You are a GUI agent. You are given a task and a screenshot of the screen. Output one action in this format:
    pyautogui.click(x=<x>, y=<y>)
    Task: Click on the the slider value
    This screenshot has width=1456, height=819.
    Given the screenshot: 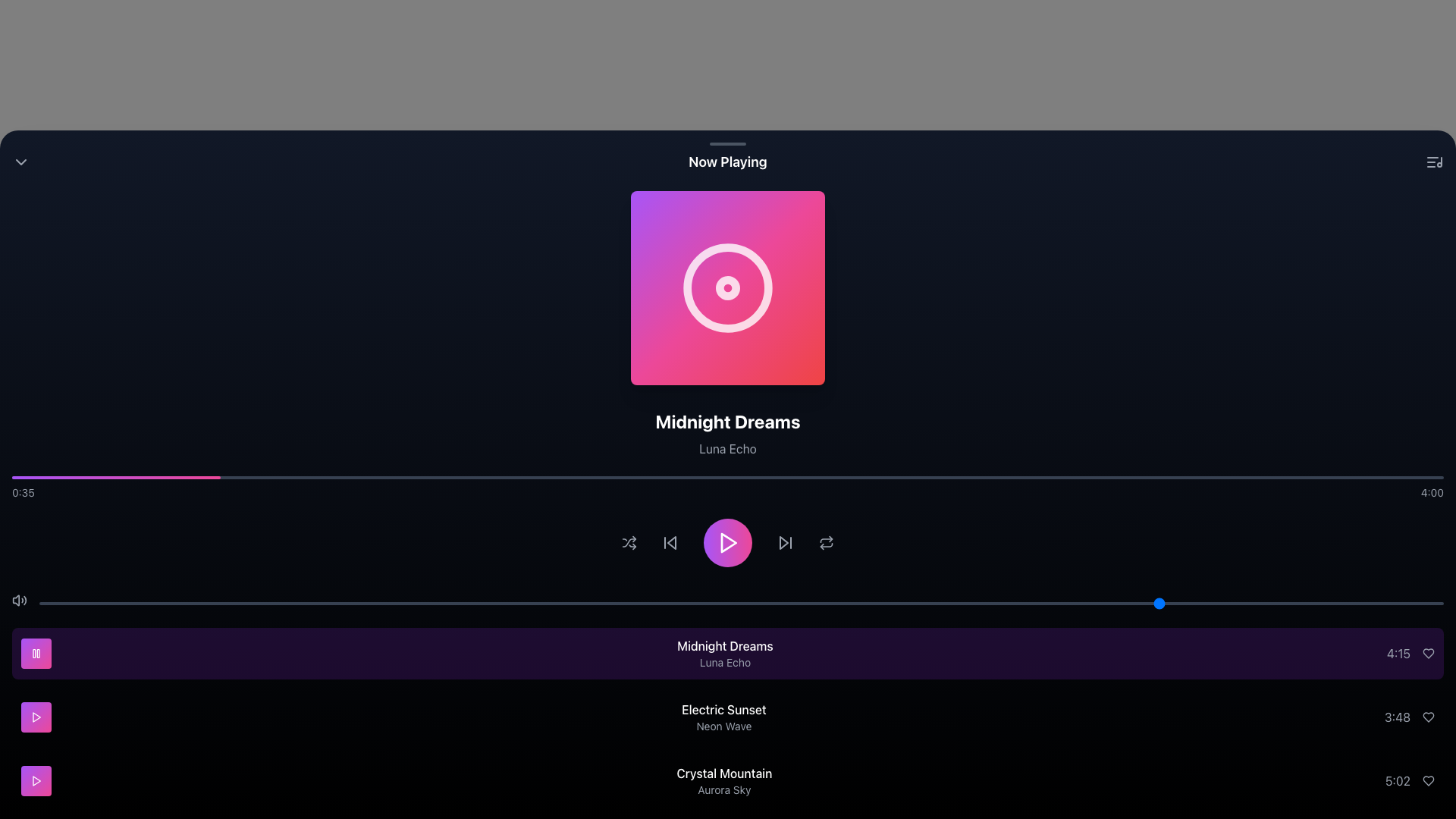 What is the action you would take?
    pyautogui.click(x=488, y=602)
    